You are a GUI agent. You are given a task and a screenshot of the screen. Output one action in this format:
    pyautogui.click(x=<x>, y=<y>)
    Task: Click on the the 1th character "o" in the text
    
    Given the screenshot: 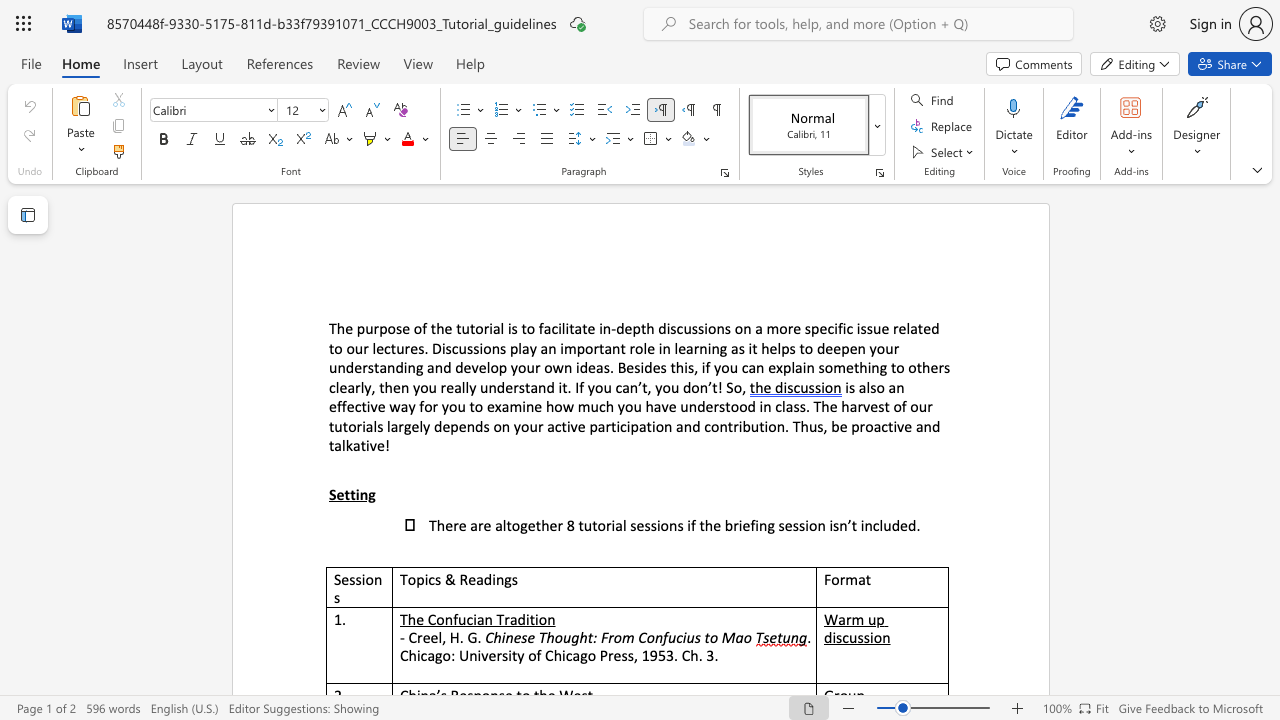 What is the action you would take?
    pyautogui.click(x=391, y=327)
    